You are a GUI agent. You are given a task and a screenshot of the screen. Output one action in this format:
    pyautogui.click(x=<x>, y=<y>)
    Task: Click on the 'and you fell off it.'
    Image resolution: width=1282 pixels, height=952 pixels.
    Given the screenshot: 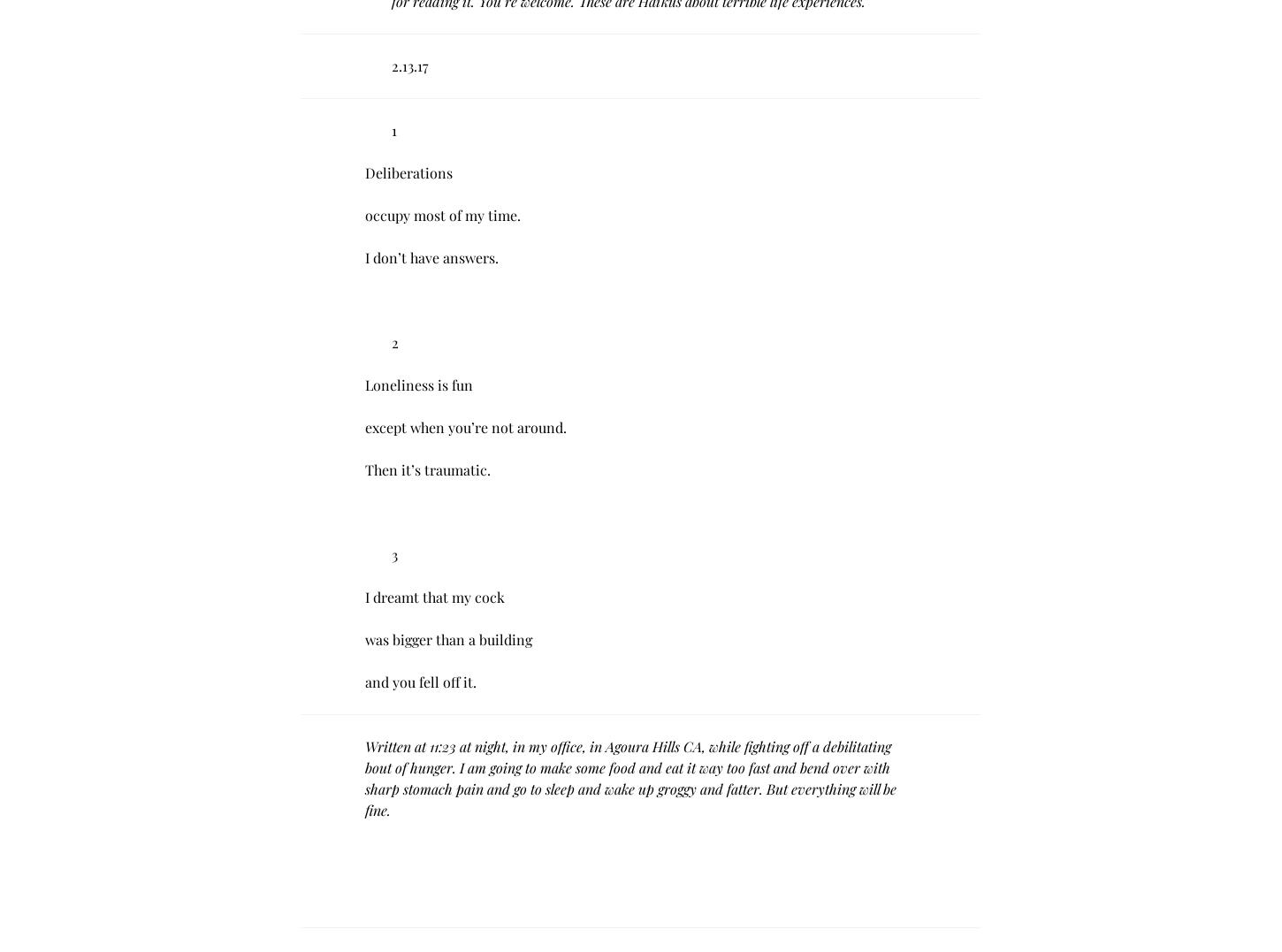 What is the action you would take?
    pyautogui.click(x=420, y=681)
    